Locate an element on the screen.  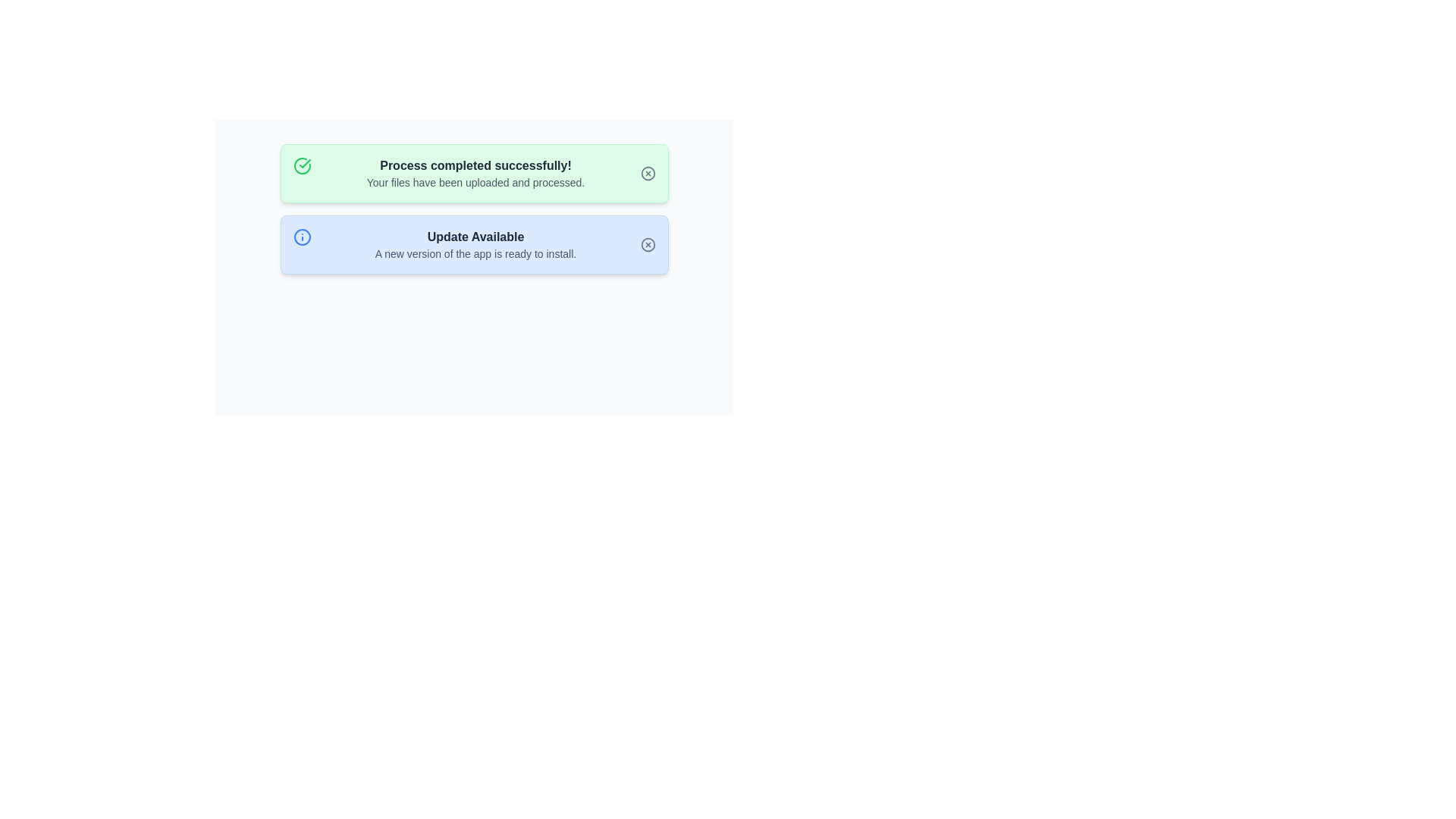
the text element displaying 'Your files have been uploaded and processed.' located below the title 'Process completed successfully!' in the green card layout is located at coordinates (475, 181).